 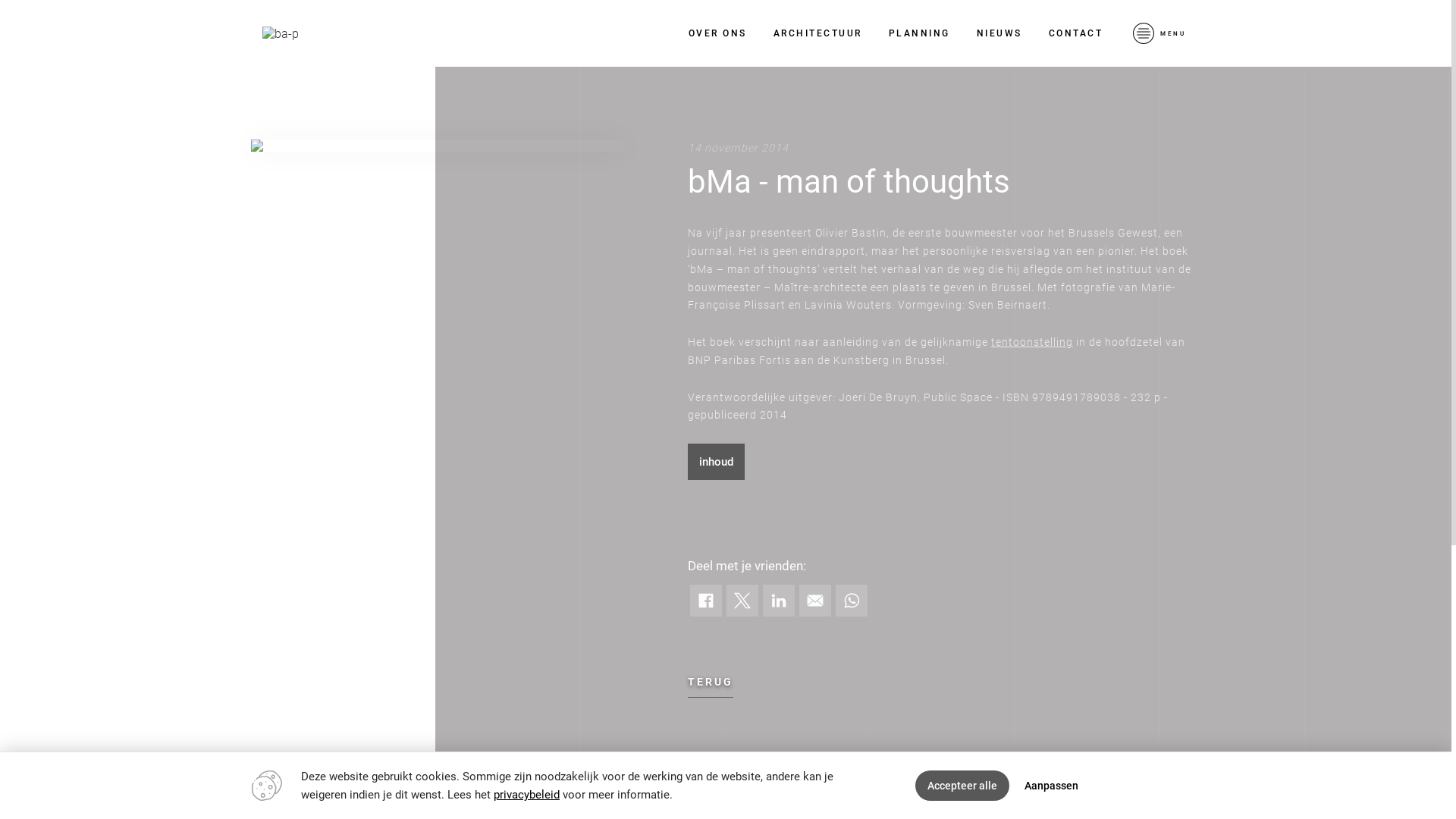 What do you see at coordinates (1050, 785) in the screenshot?
I see `'Aanpassen'` at bounding box center [1050, 785].